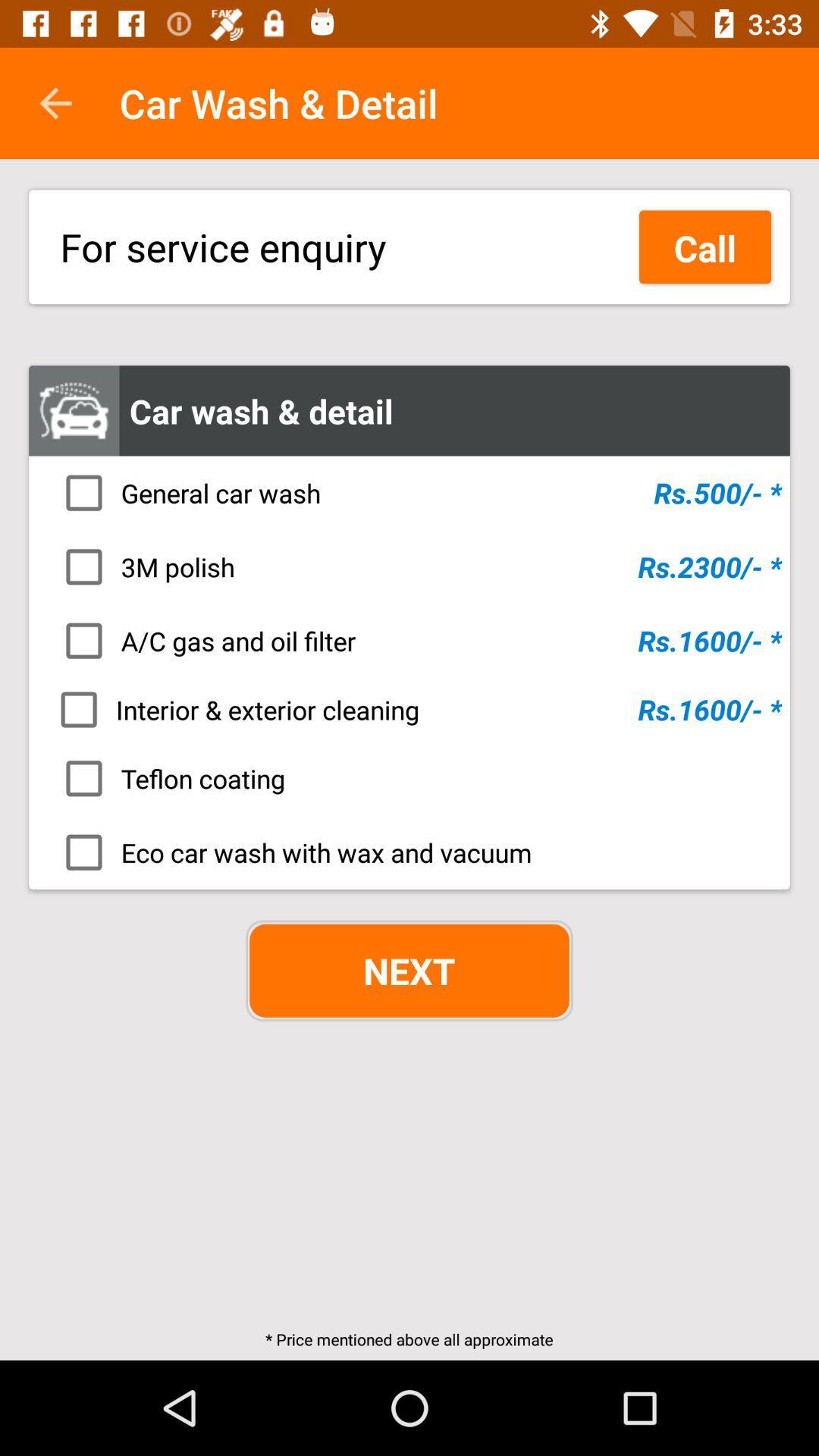  What do you see at coordinates (414, 709) in the screenshot?
I see `the icon below the a c gas` at bounding box center [414, 709].